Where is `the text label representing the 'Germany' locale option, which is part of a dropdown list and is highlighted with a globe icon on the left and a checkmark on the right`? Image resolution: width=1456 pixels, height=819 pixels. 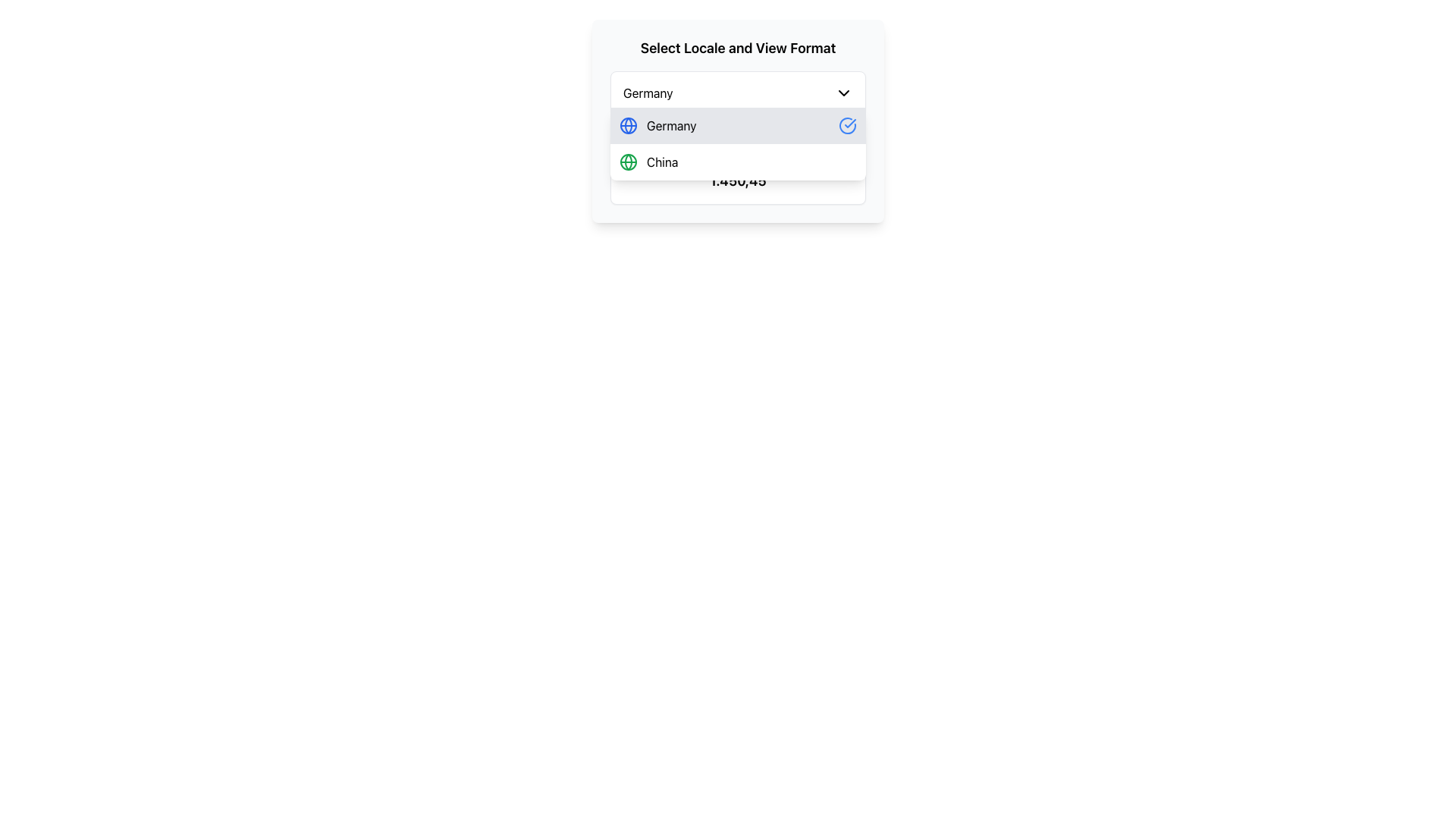
the text label representing the 'Germany' locale option, which is part of a dropdown list and is highlighted with a globe icon on the left and a checkmark on the right is located at coordinates (670, 124).